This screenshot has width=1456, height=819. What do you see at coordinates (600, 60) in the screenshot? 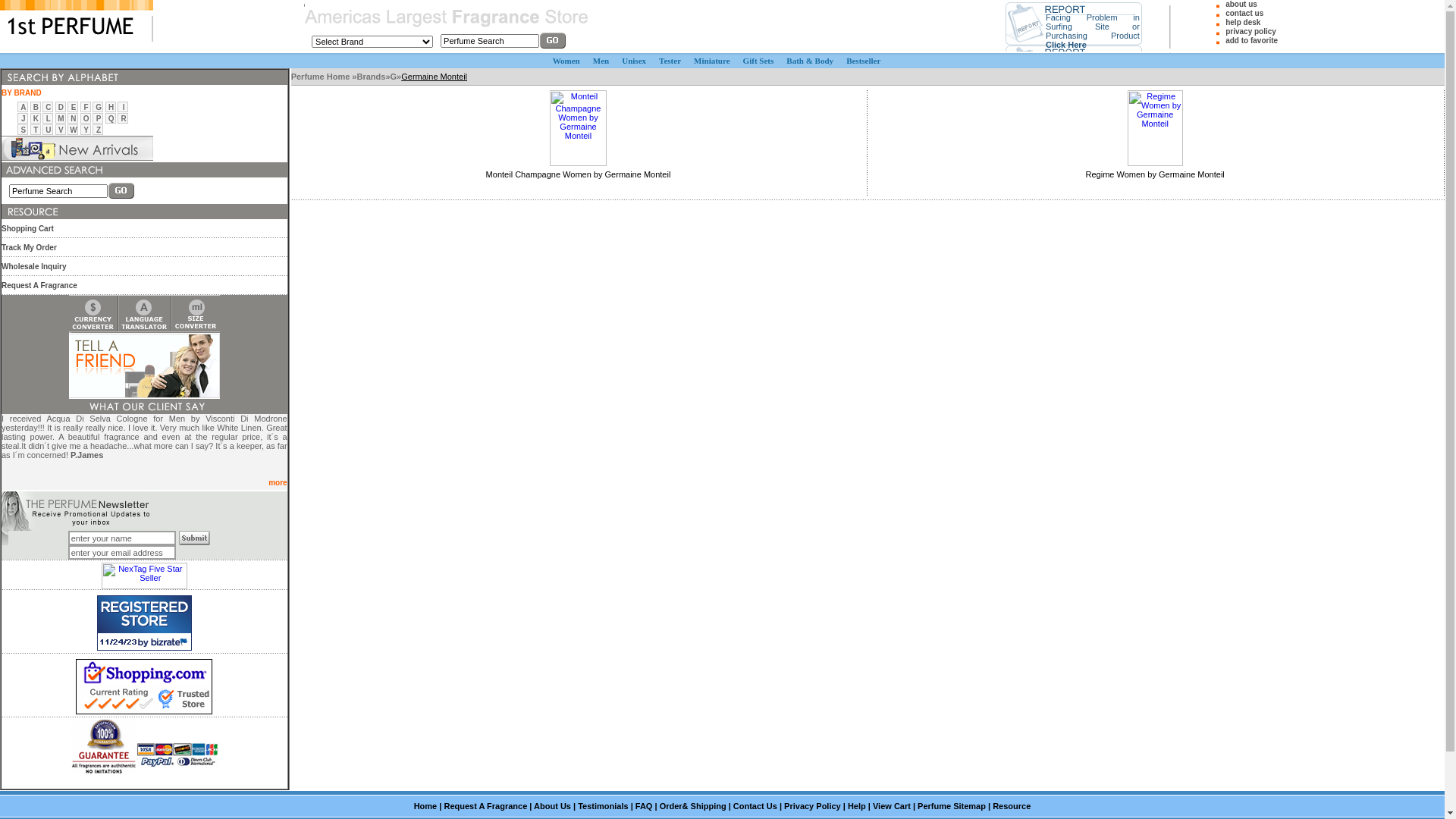
I see `'Men'` at bounding box center [600, 60].